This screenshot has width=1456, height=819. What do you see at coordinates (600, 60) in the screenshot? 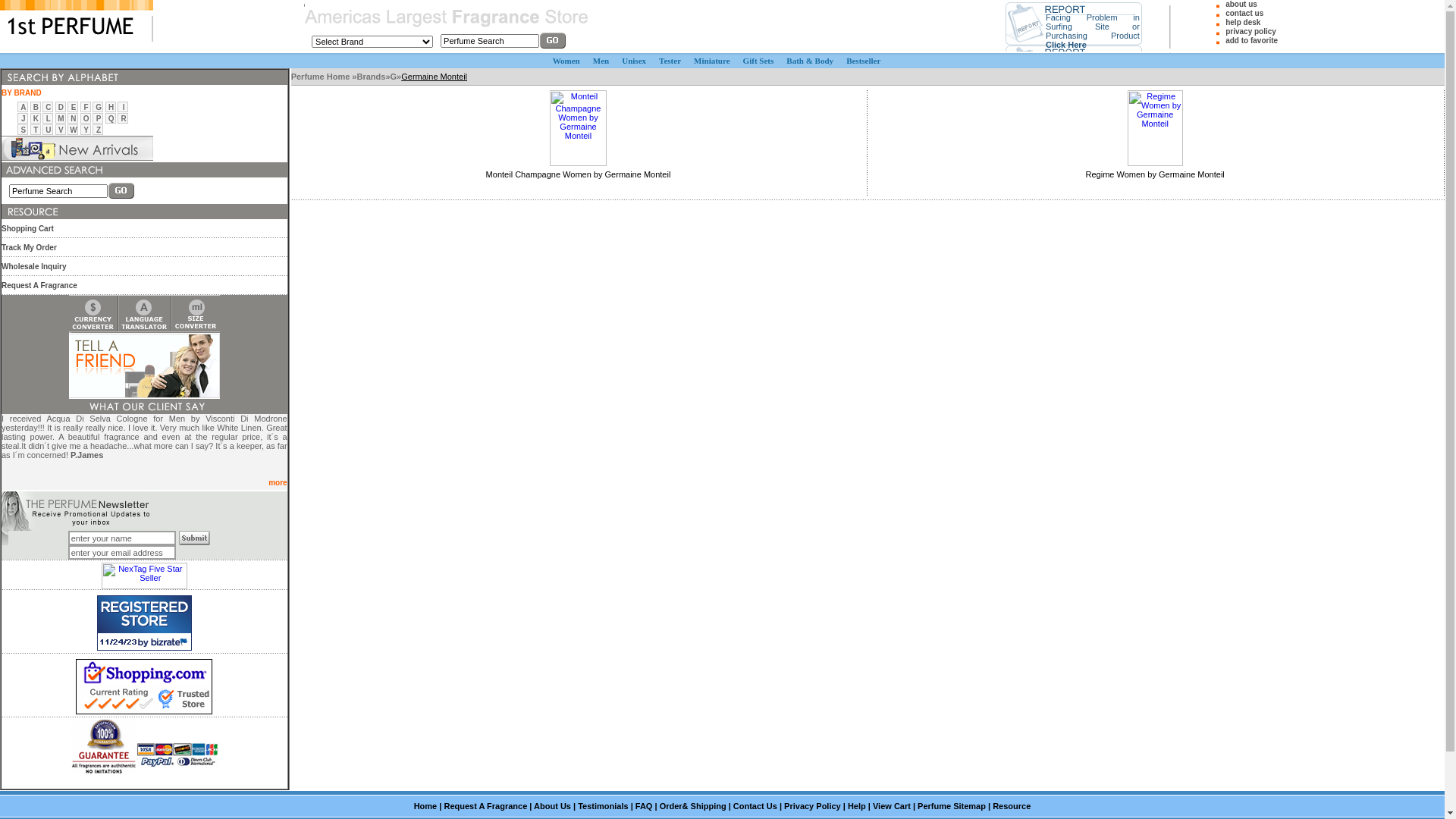
I see `'Men'` at bounding box center [600, 60].